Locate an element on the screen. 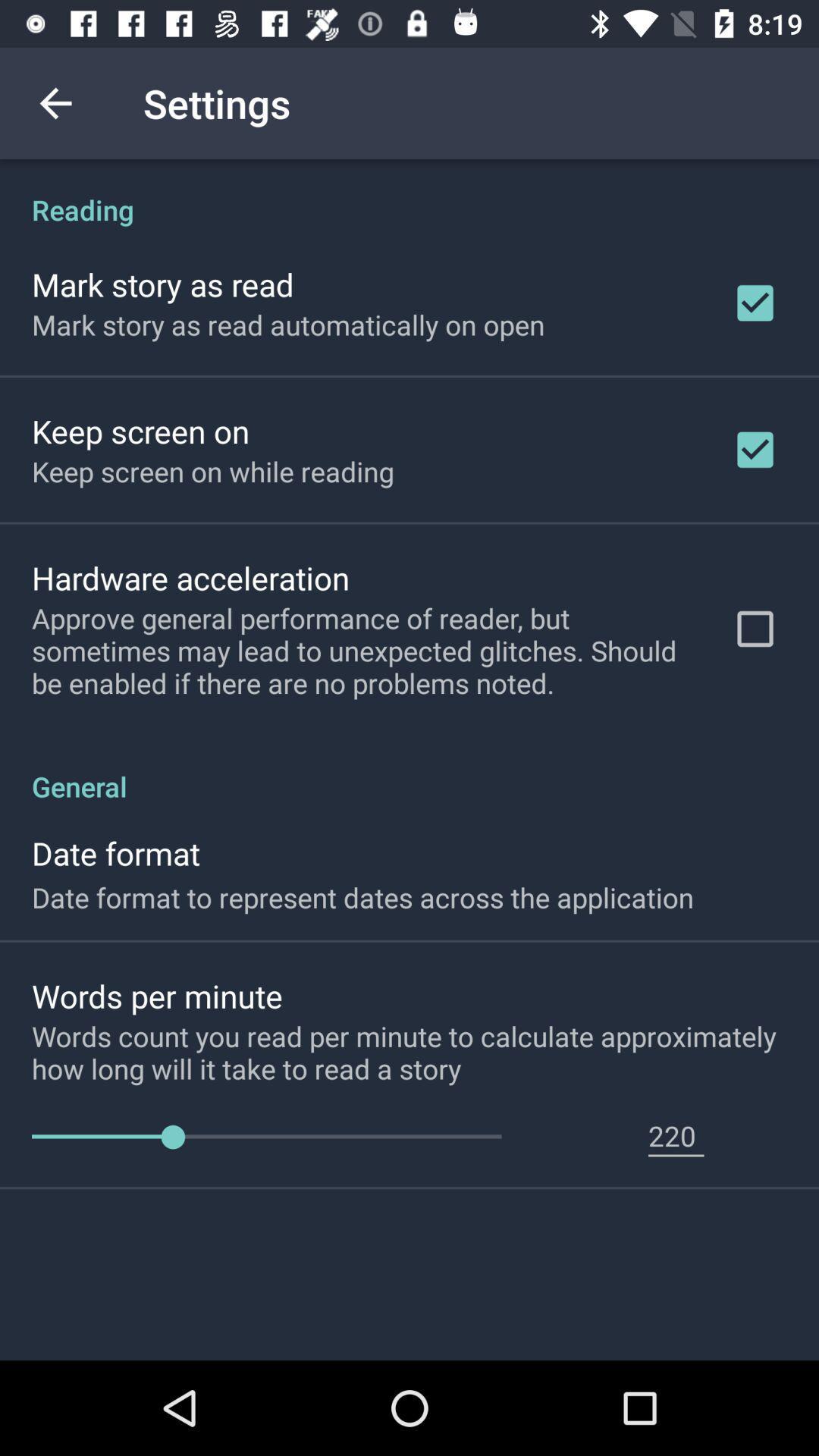 Image resolution: width=819 pixels, height=1456 pixels. approve general performance is located at coordinates (362, 651).